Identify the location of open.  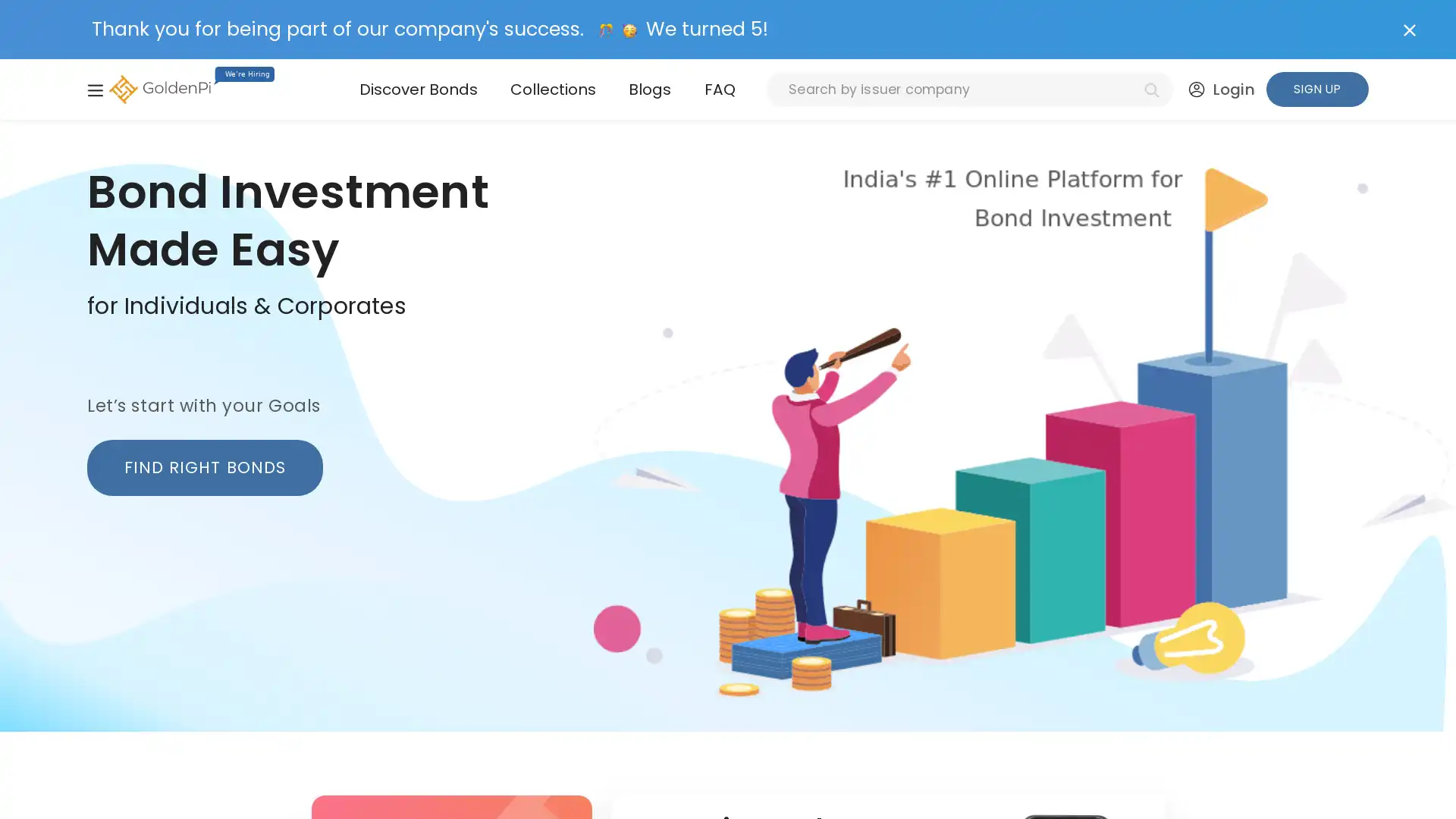
(94, 89).